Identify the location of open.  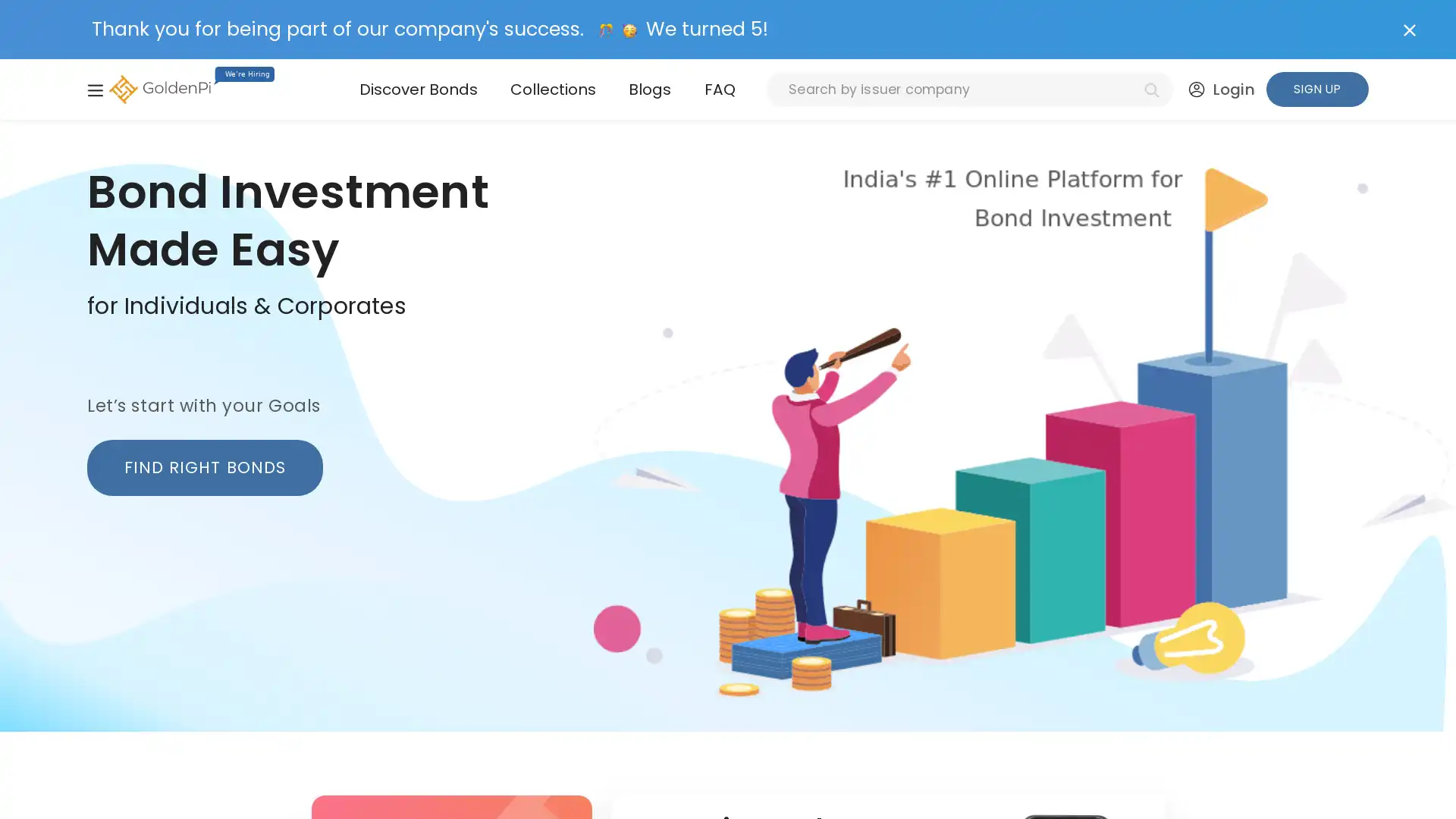
(94, 89).